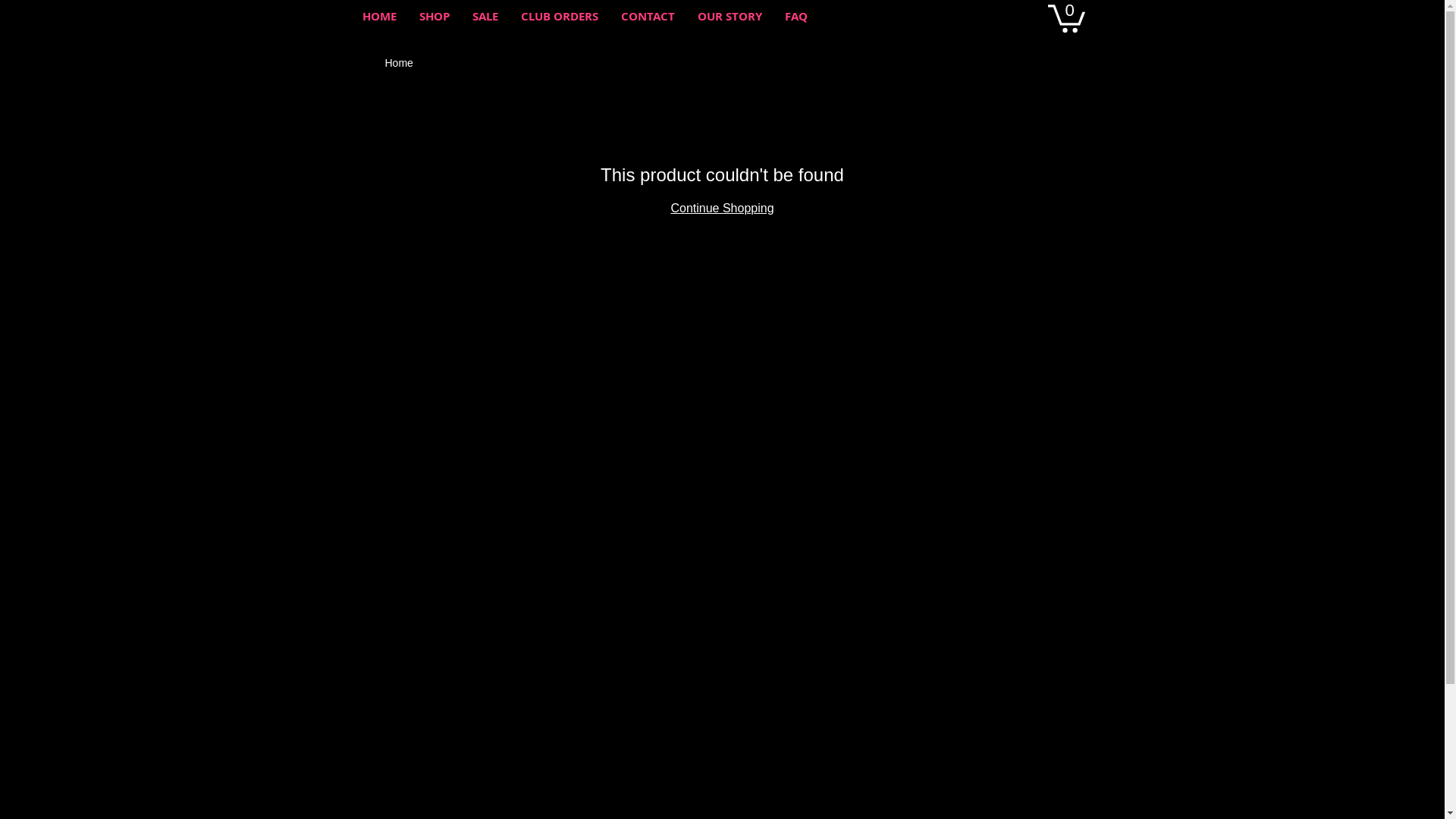  I want to click on 'SHOP', so click(433, 17).